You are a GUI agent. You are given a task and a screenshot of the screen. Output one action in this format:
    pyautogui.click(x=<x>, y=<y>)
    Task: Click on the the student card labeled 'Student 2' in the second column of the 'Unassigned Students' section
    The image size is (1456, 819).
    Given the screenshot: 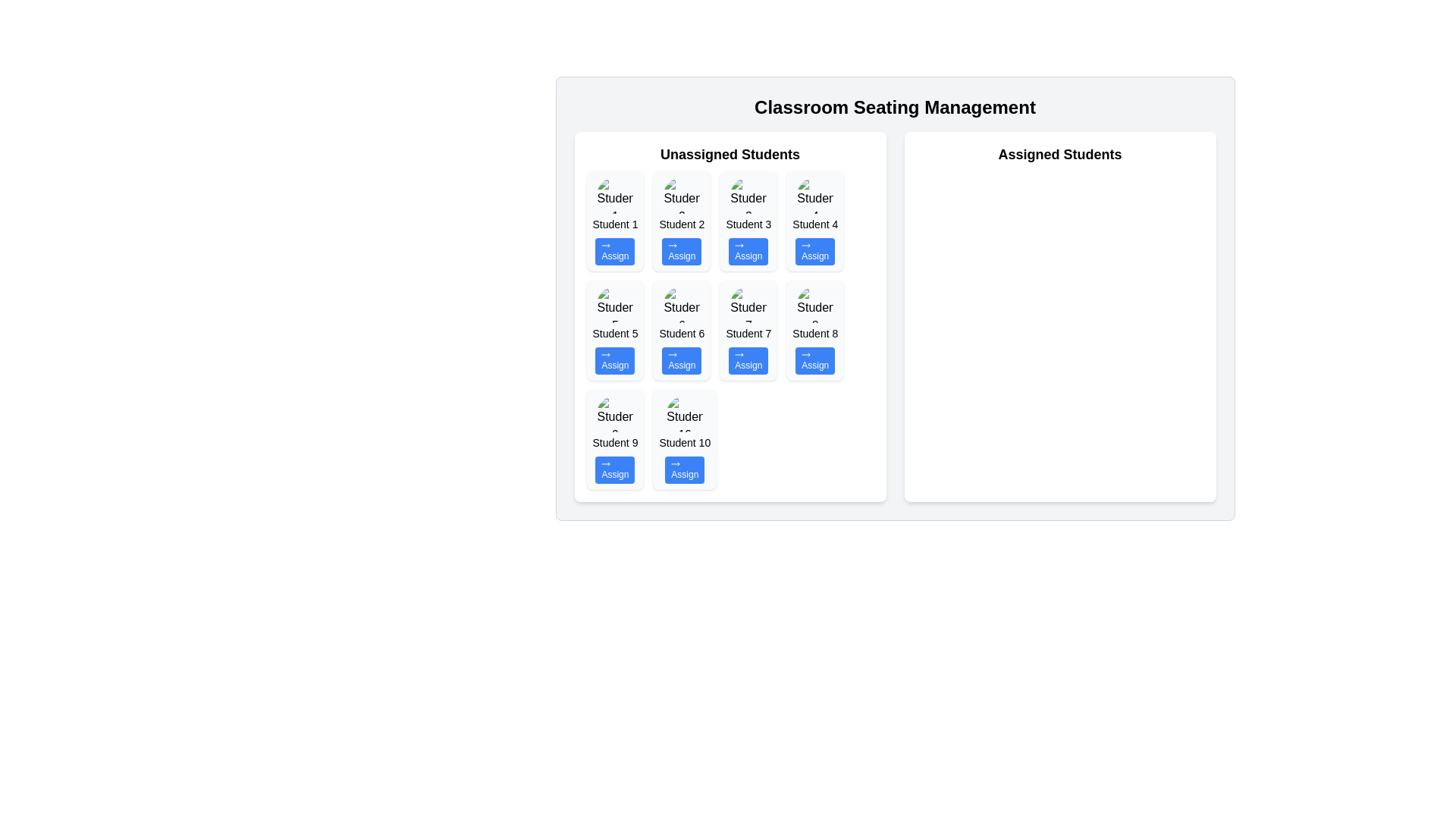 What is the action you would take?
    pyautogui.click(x=681, y=221)
    